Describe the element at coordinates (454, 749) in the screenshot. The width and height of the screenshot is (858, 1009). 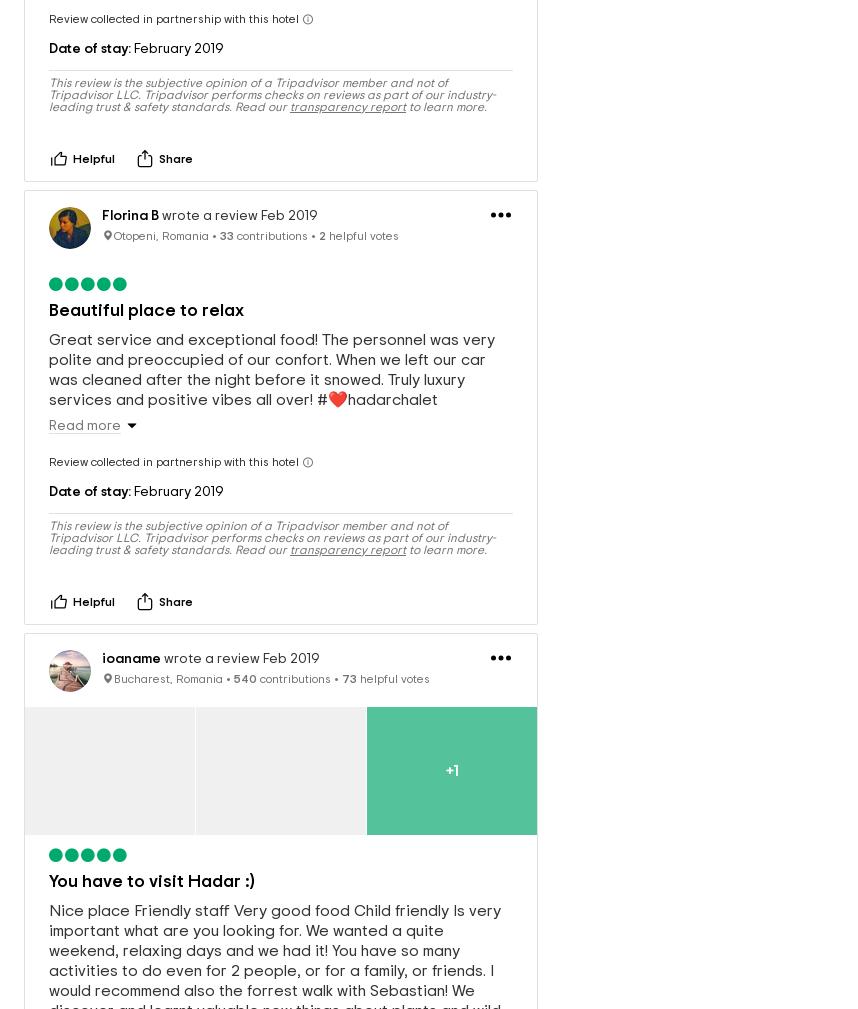
I see `'1'` at that location.